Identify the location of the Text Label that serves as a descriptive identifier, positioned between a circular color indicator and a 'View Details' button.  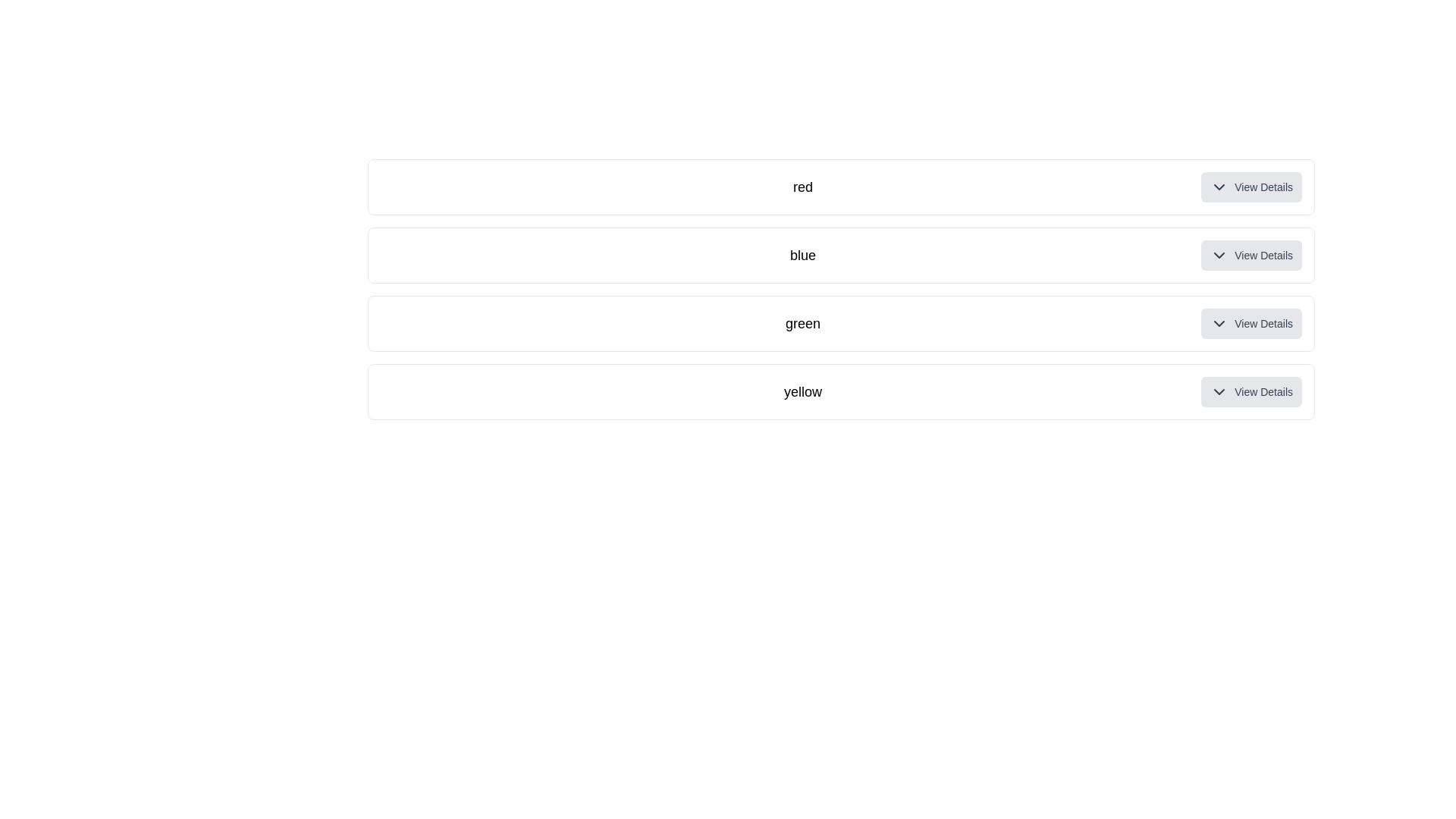
(802, 254).